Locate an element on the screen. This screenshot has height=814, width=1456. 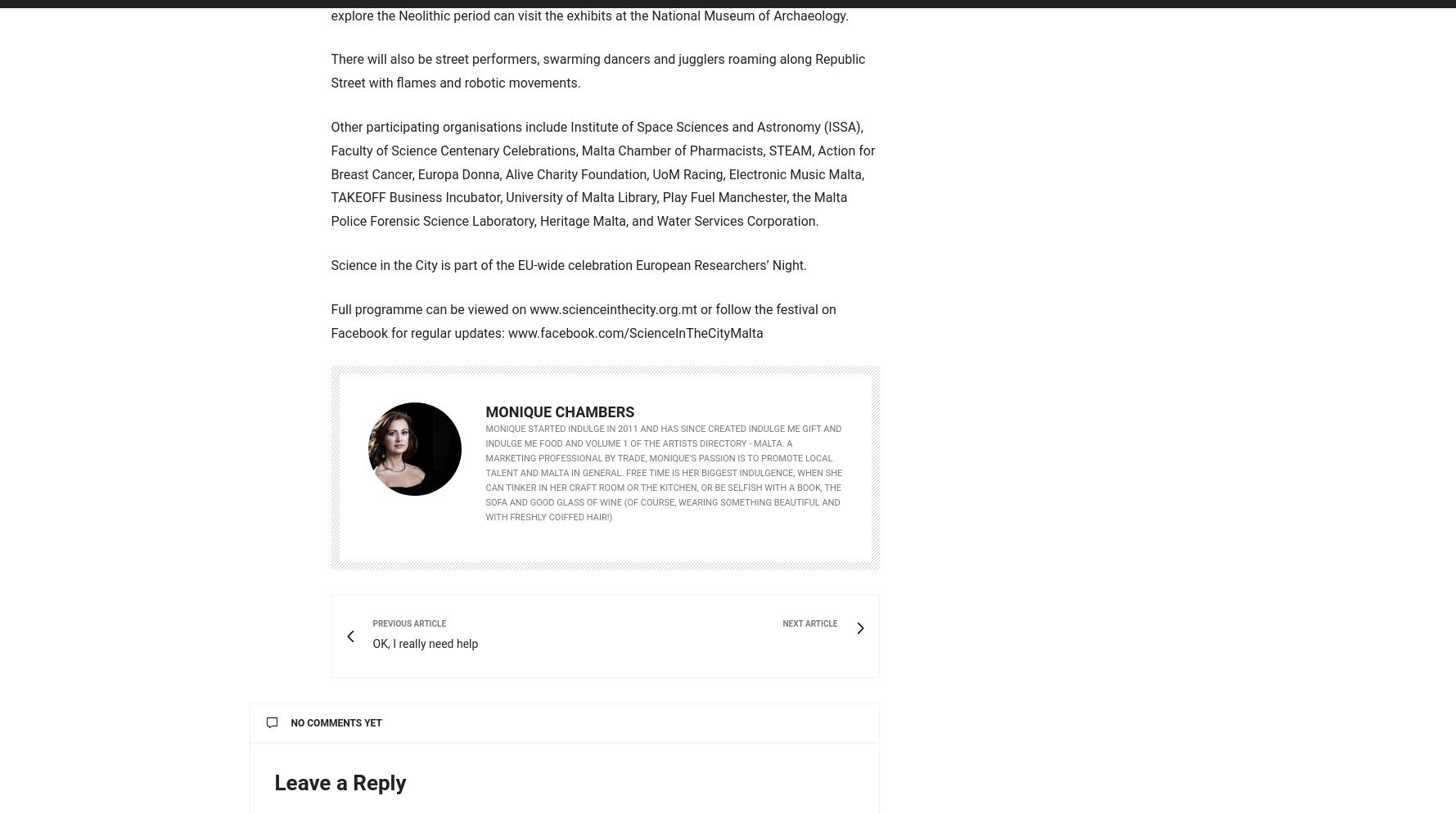
'Next Article' is located at coordinates (809, 623).